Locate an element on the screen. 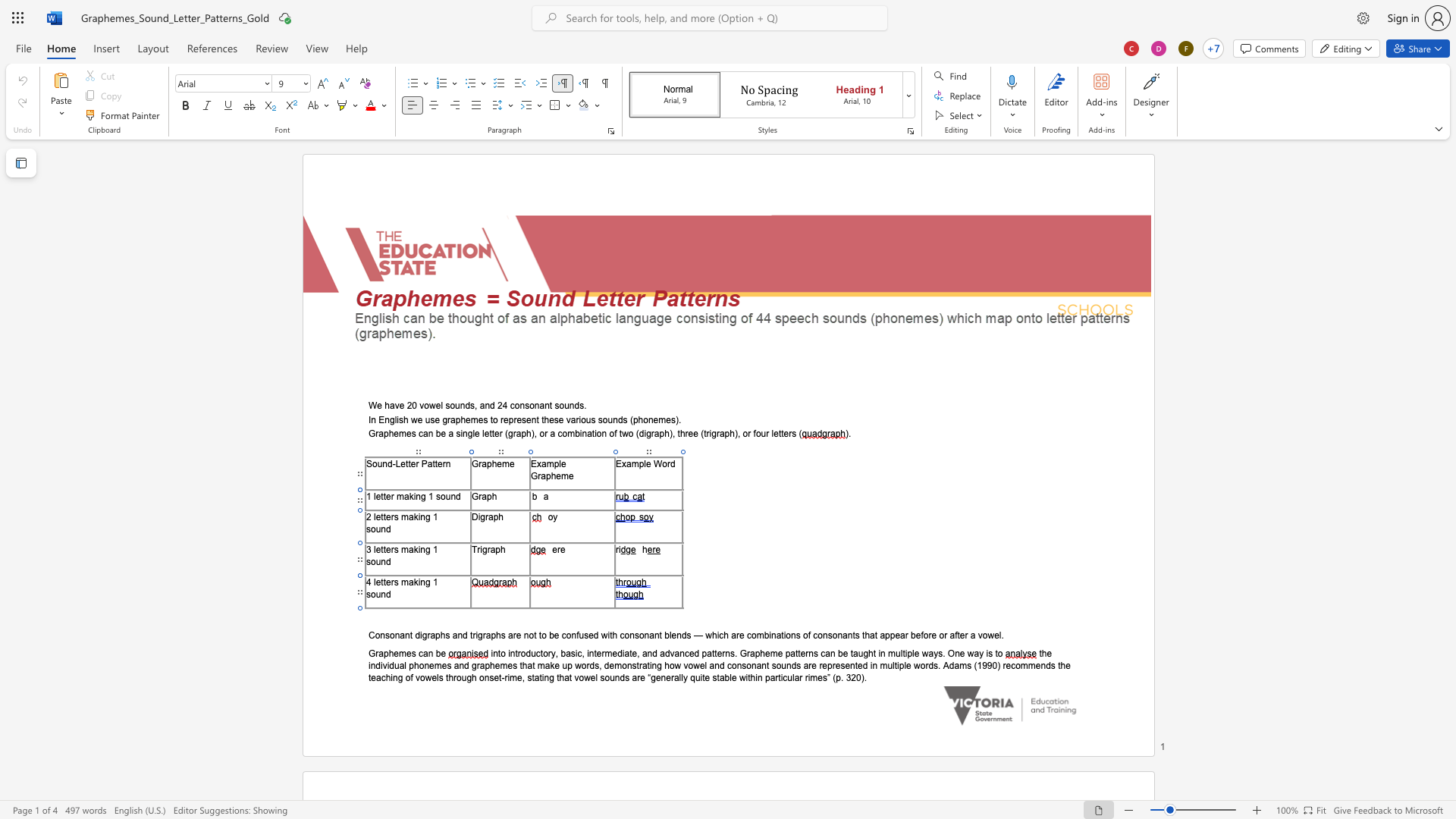 The image size is (1456, 819). the space between the continuous character "m" and "b" in the text is located at coordinates (763, 635).